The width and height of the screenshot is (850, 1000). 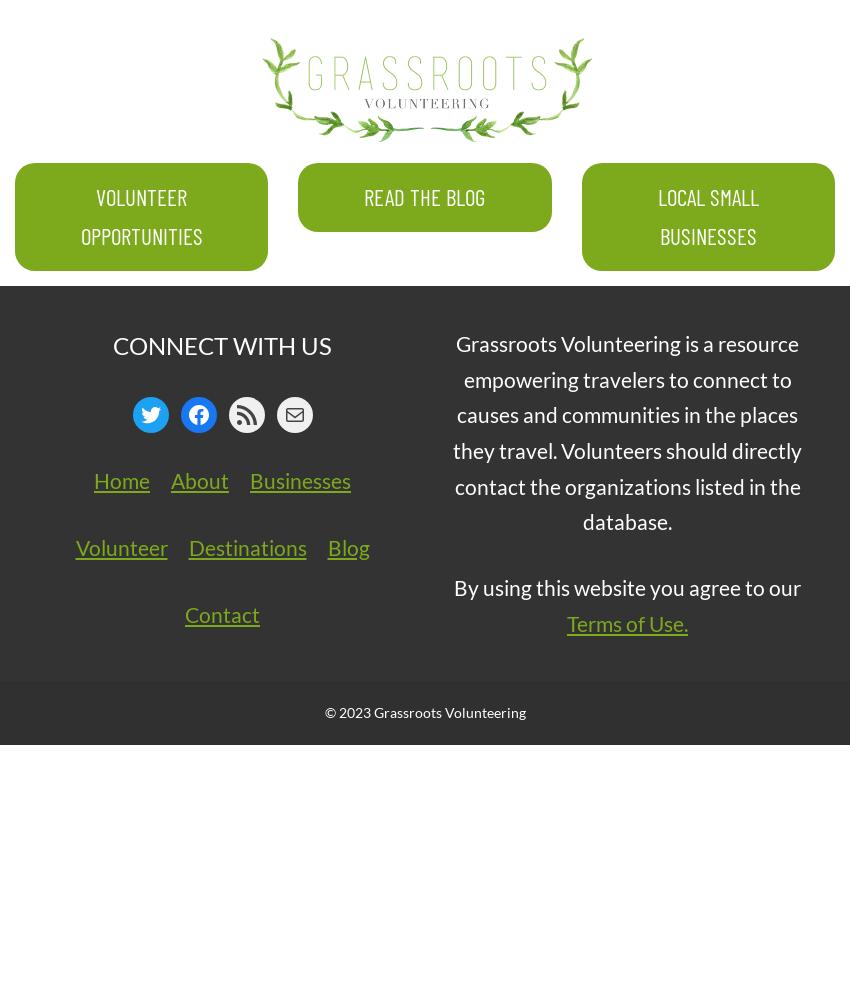 I want to click on 'Connect with Us', so click(x=222, y=343).